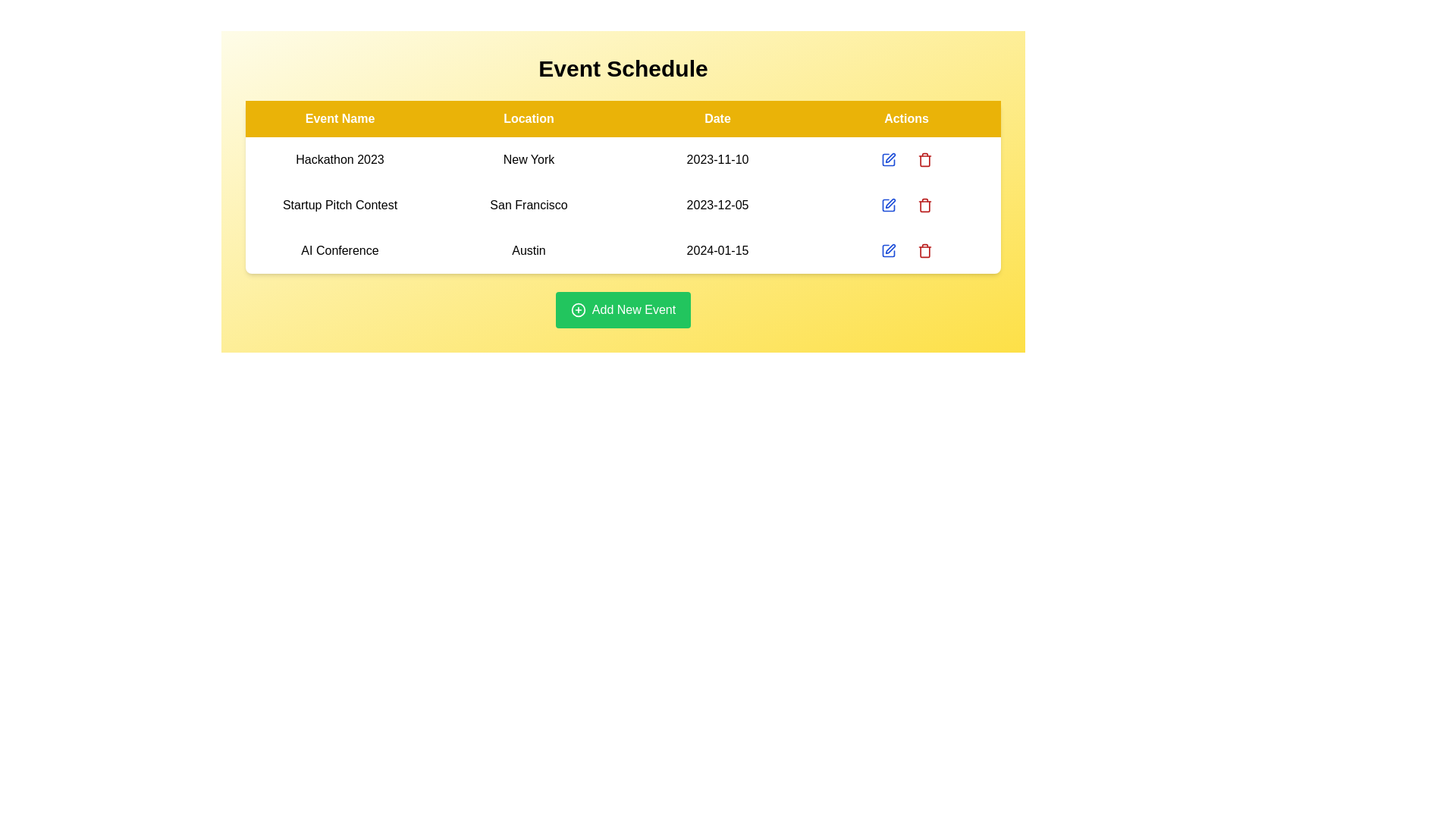  I want to click on the table header Date, so click(717, 118).